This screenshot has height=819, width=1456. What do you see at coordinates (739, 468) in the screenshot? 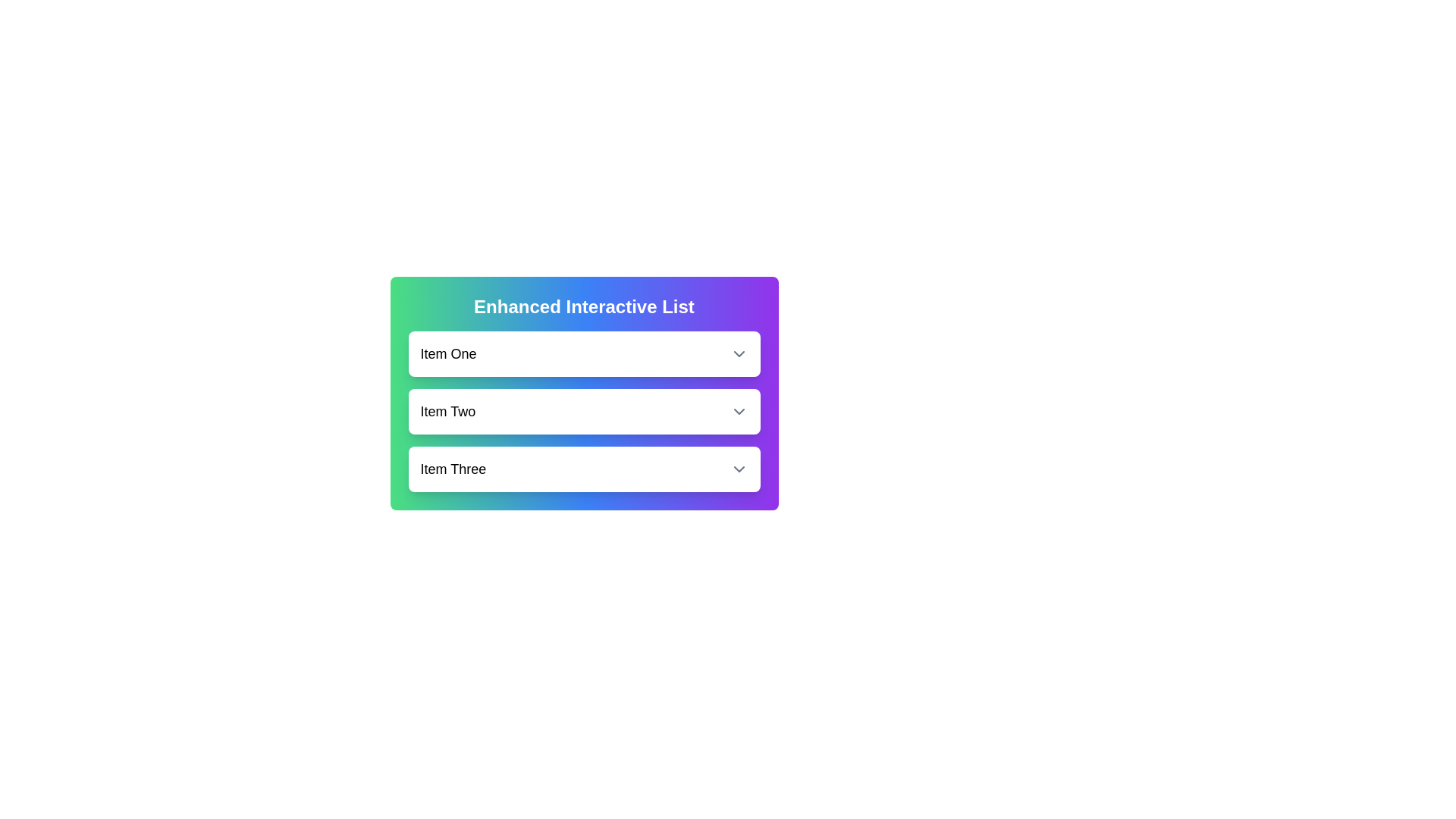
I see `the dropdown icon located on the right-hand side of the 'Item Three' row` at bounding box center [739, 468].